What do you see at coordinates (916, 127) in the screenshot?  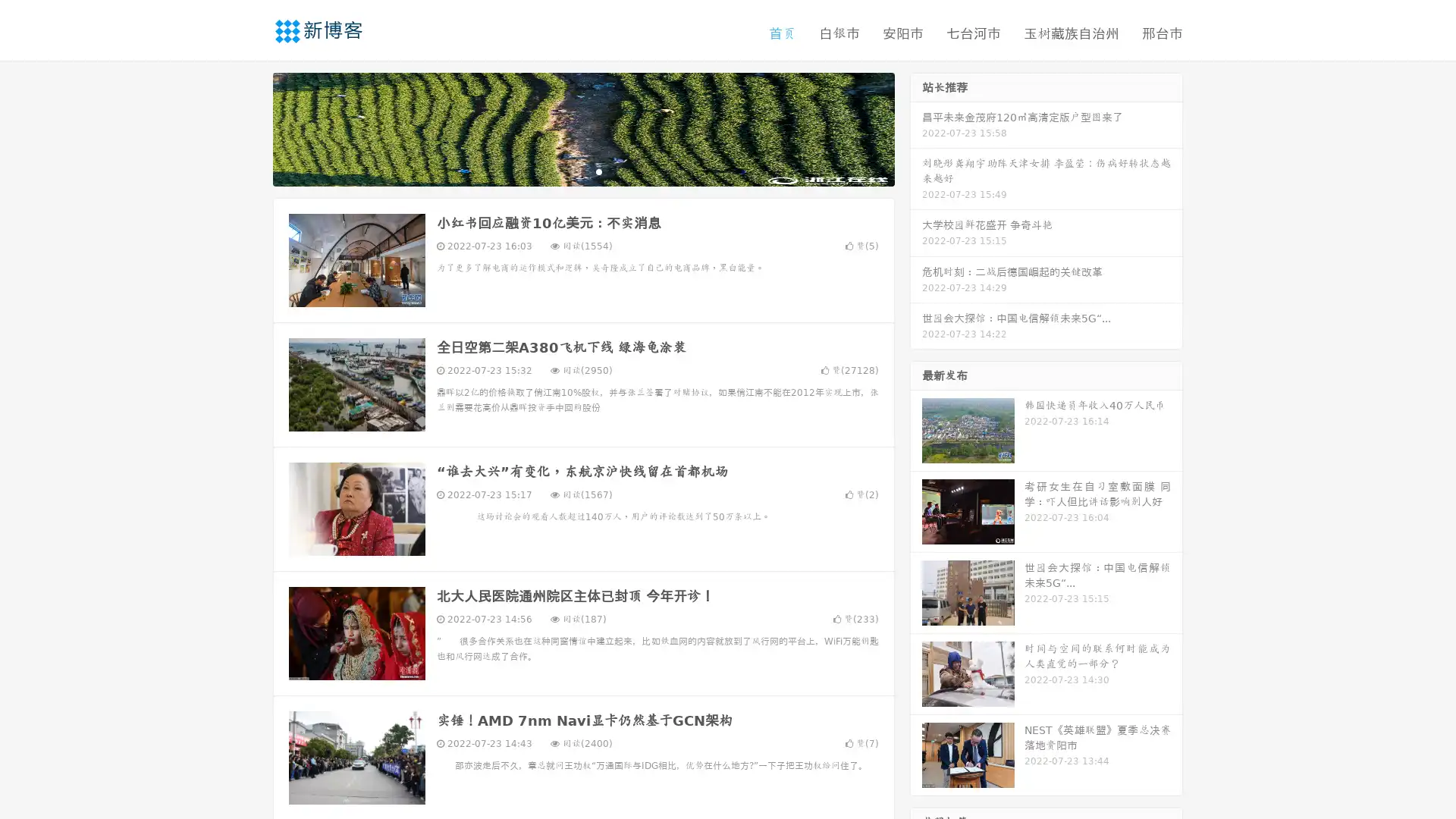 I see `Next slide` at bounding box center [916, 127].